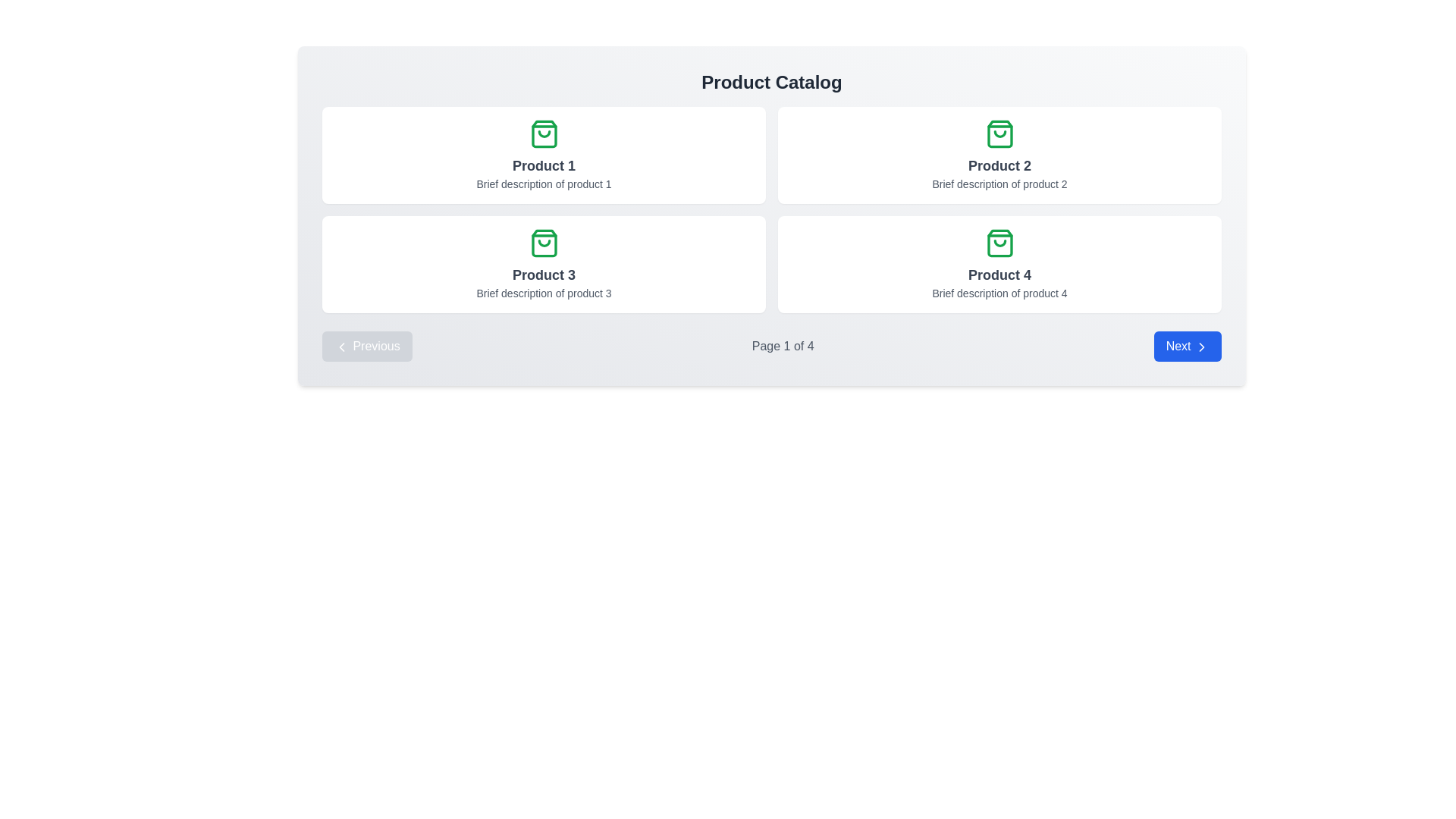 Image resolution: width=1456 pixels, height=819 pixels. Describe the element at coordinates (544, 155) in the screenshot. I see `the product card located in the first row, first column of the grid layout, which displays the product's name, description, and an icon` at that location.